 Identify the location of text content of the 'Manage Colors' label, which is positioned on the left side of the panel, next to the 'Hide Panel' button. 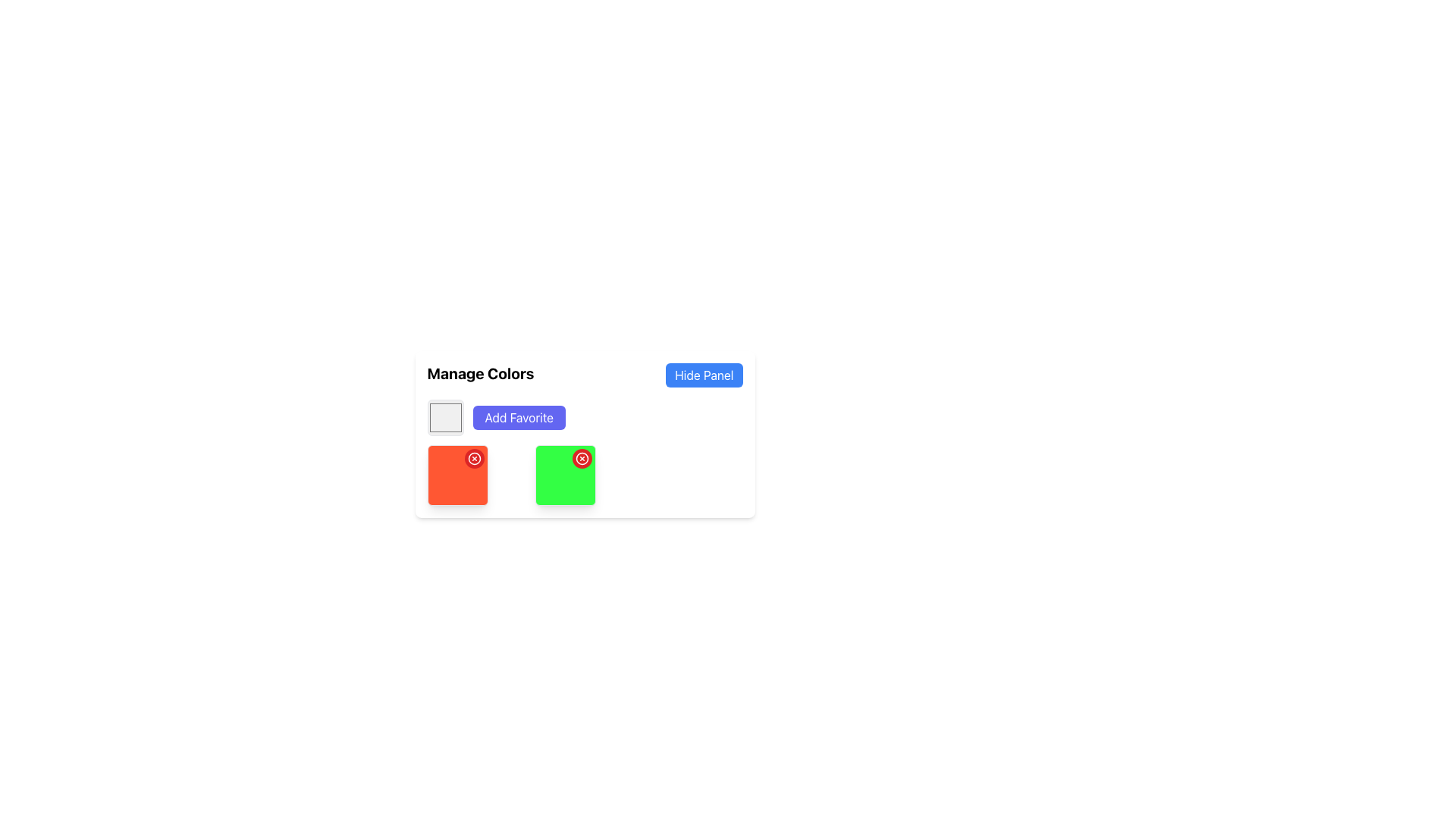
(479, 375).